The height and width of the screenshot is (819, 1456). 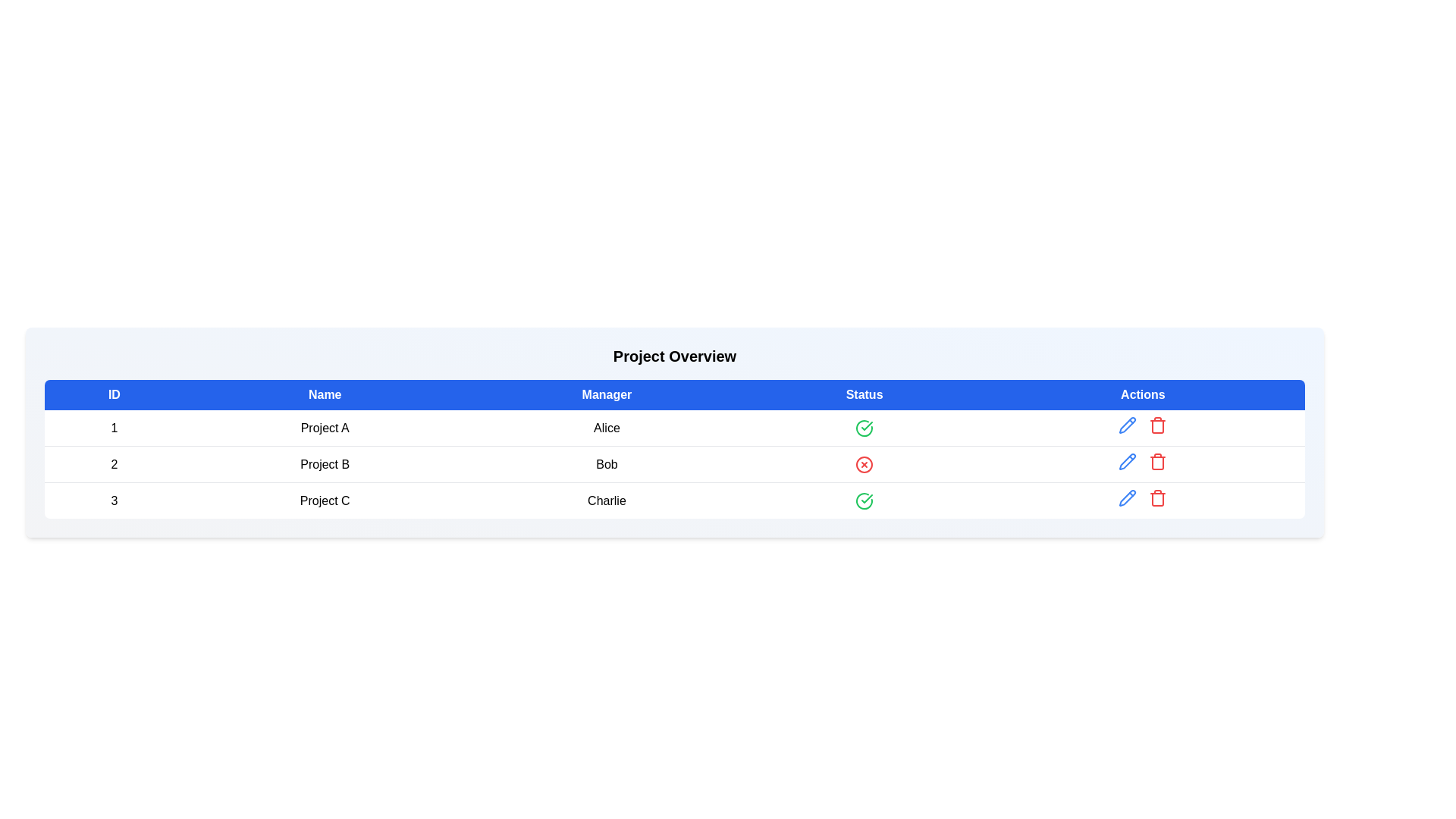 What do you see at coordinates (1157, 461) in the screenshot?
I see `the red trash can icon` at bounding box center [1157, 461].